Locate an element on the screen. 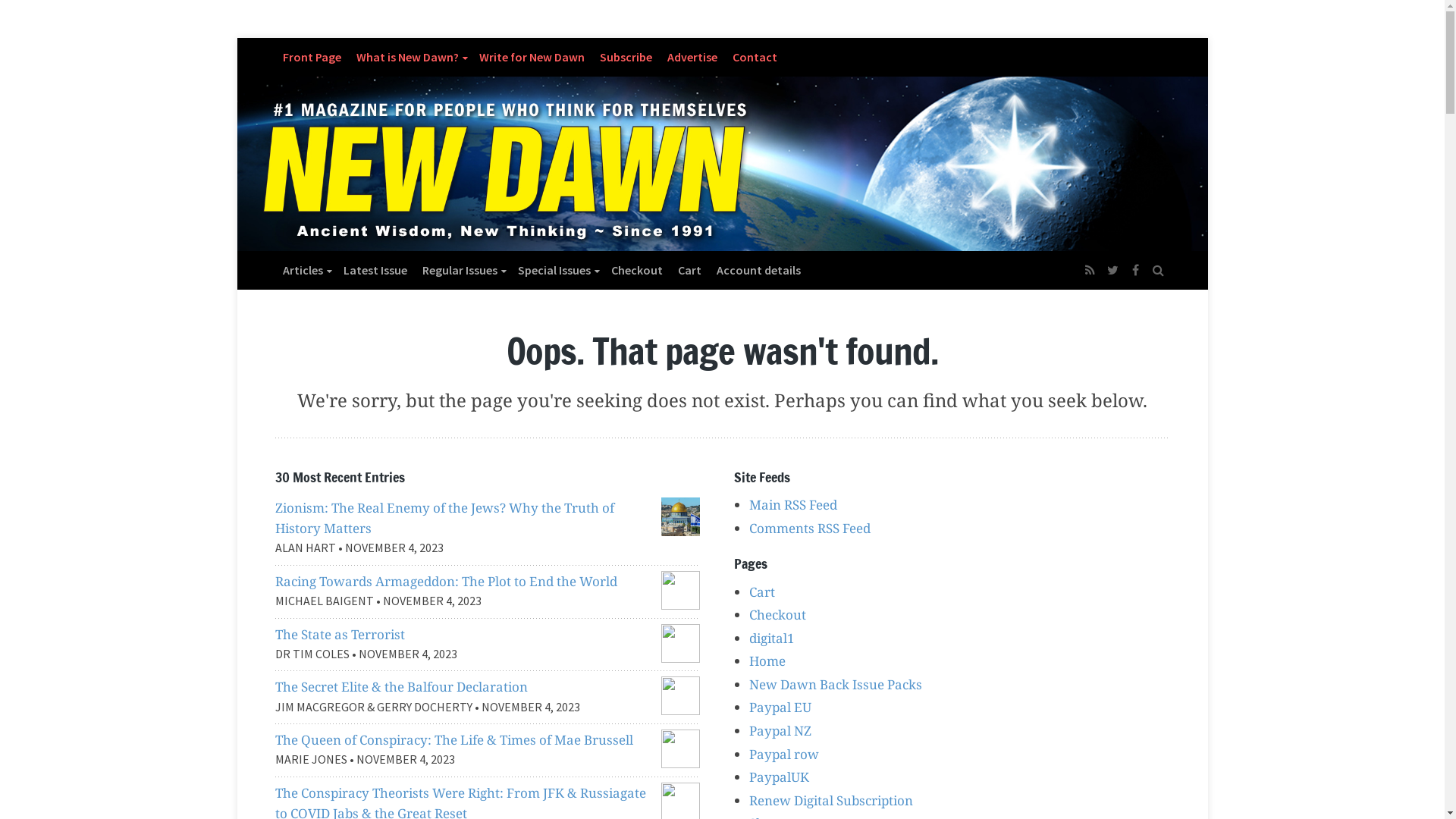  'Racing Towards Armageddon: The Plot to End the World' is located at coordinates (444, 580).